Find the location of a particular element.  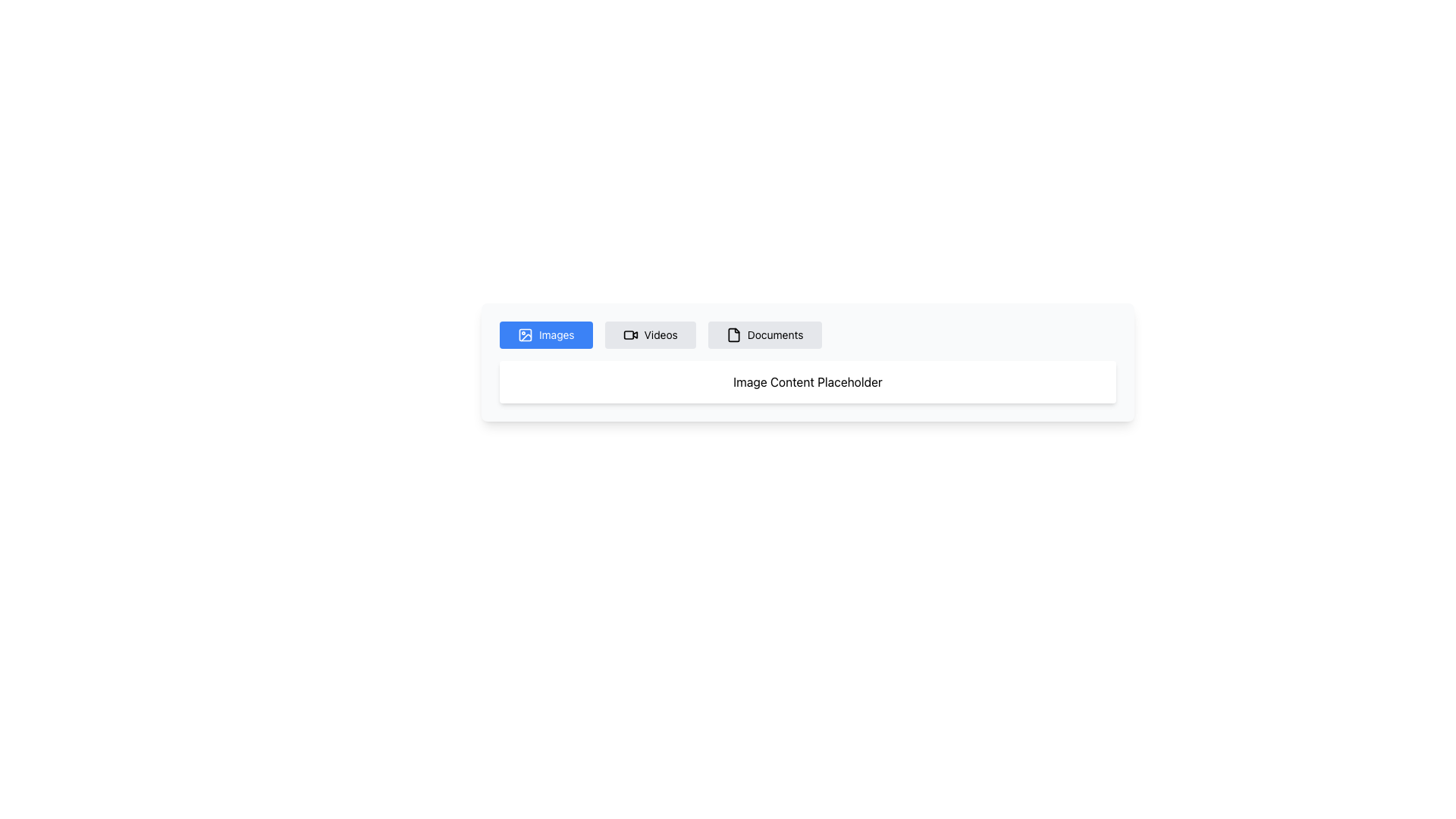

the 'Documents' button, which is the third tab in the horizontal tab group at the top center of the interface, to activate hover effects is located at coordinates (764, 334).